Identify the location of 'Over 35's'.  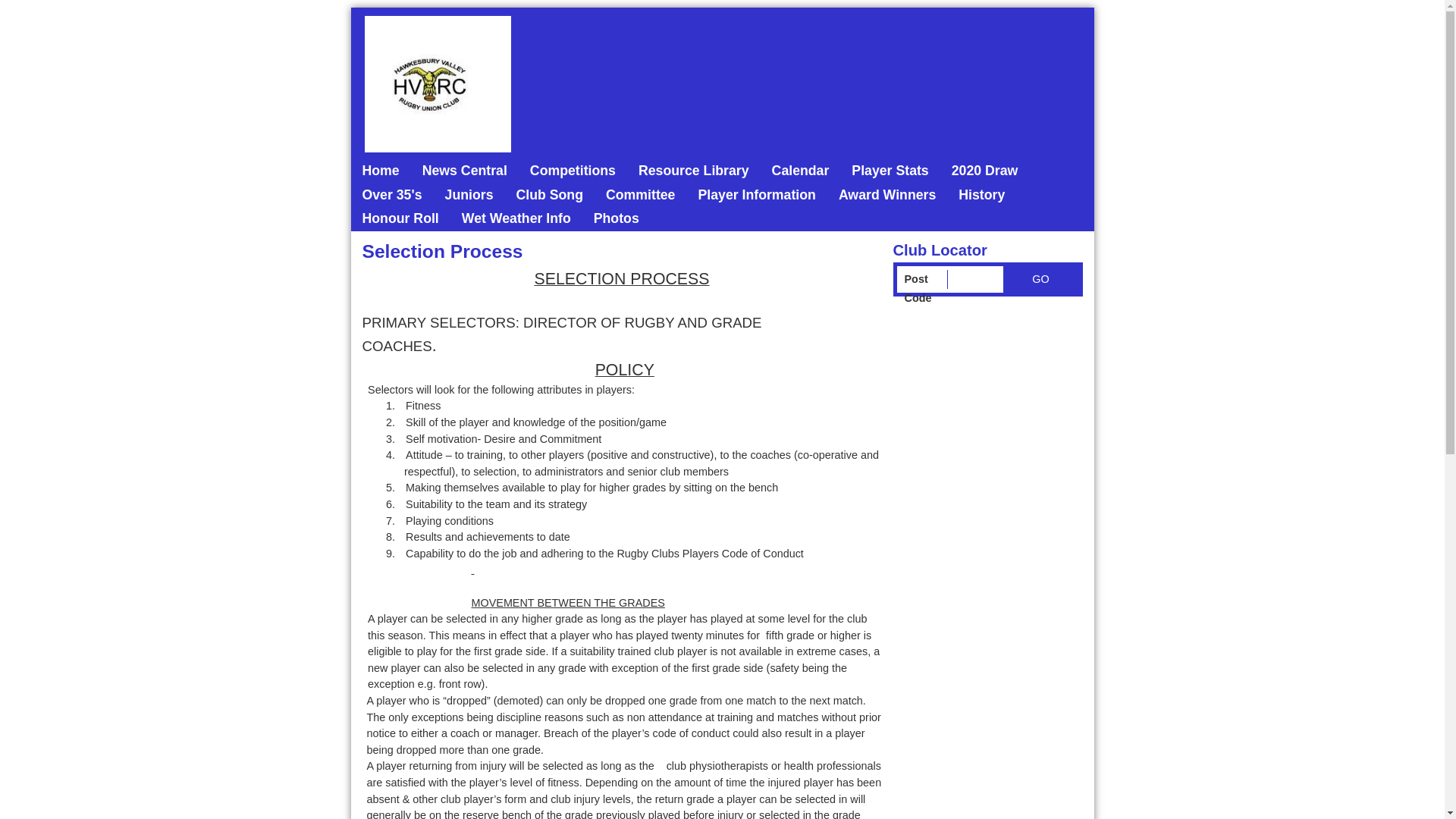
(391, 195).